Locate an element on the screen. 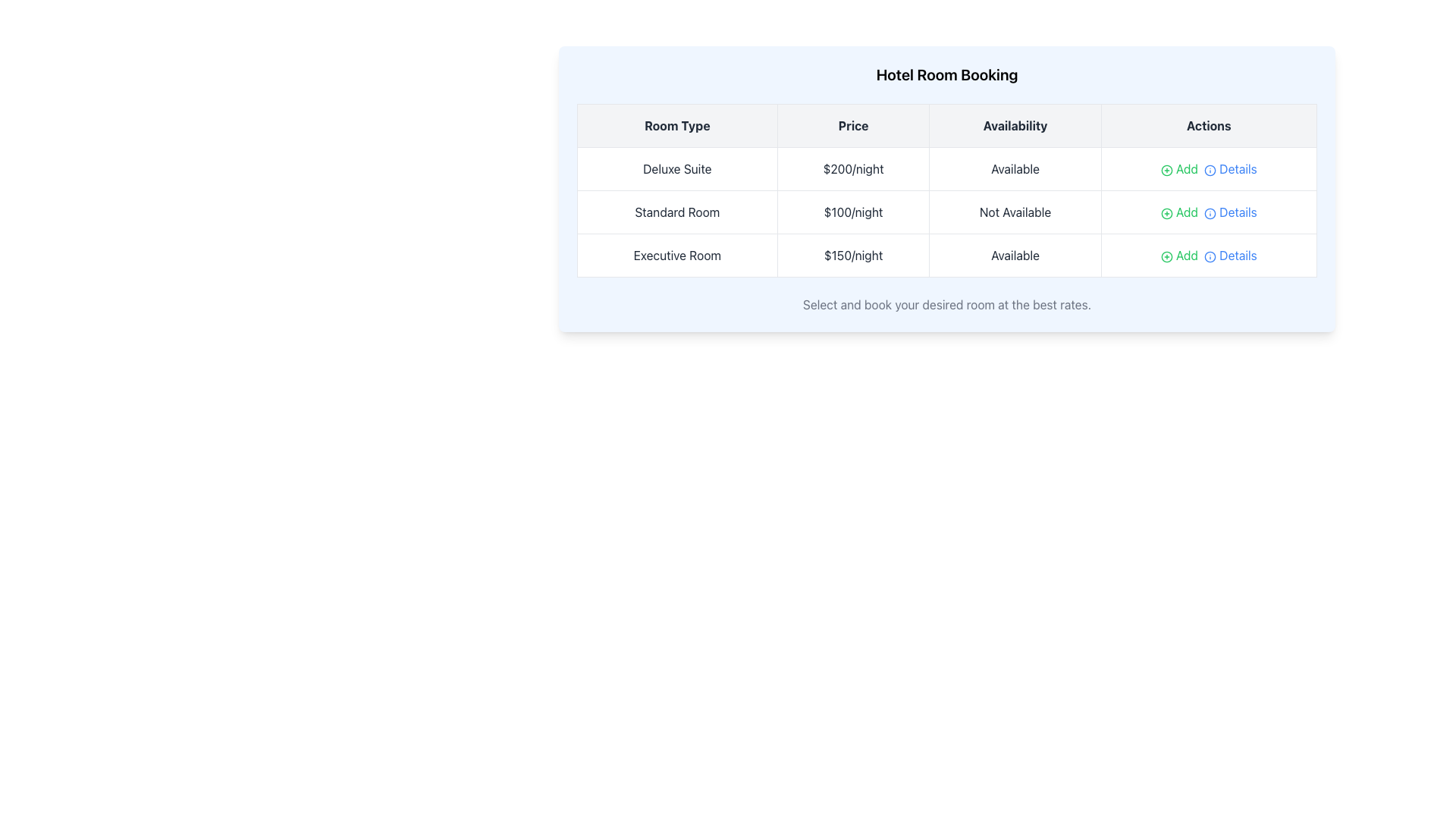 This screenshot has width=1456, height=819. the circular part of the help icon located in the last row under the 'Actions' column of the hotel room booking table, specifically within the 'Details' field is located at coordinates (1210, 256).